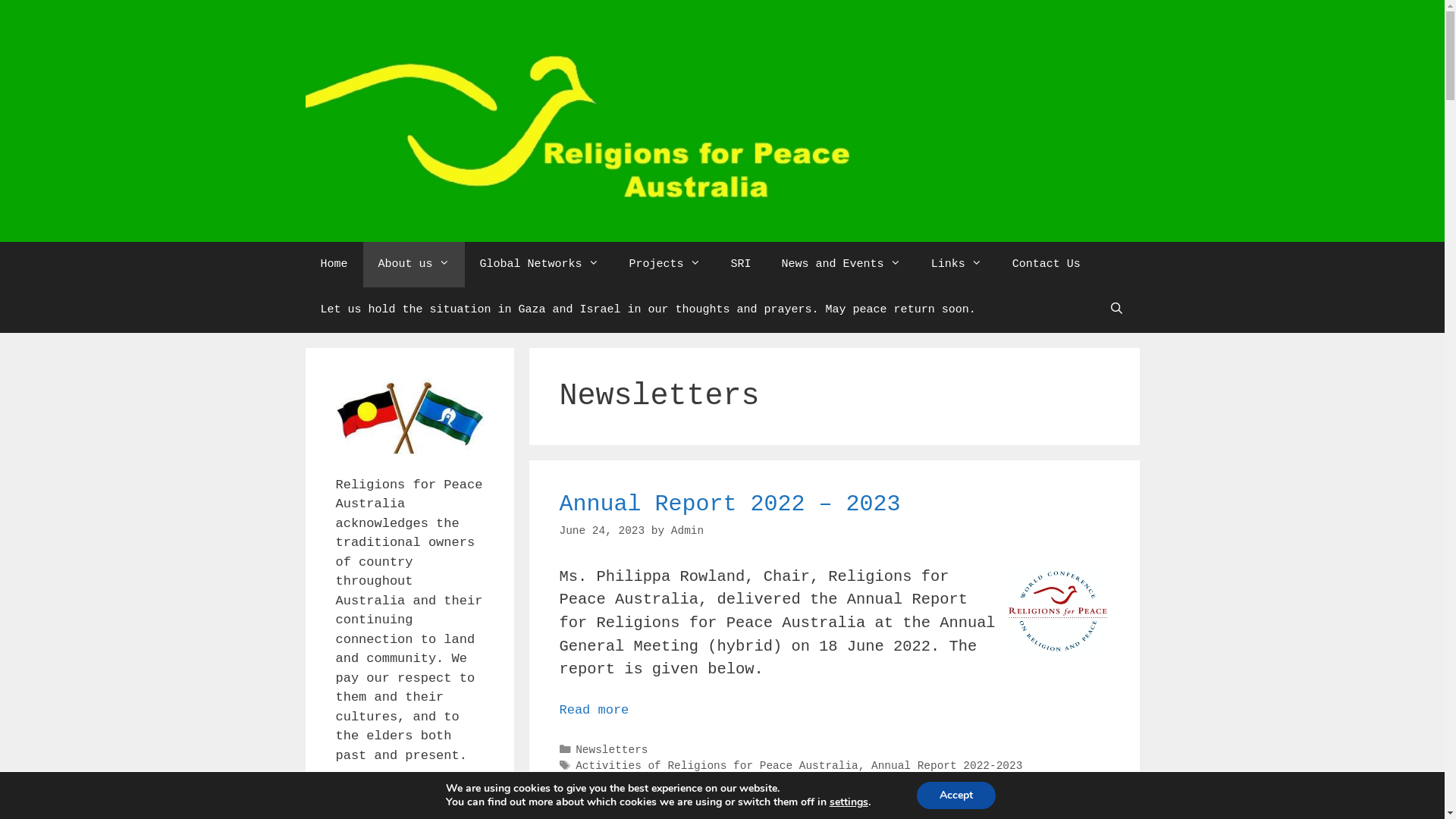  What do you see at coordinates (333, 263) in the screenshot?
I see `'Home'` at bounding box center [333, 263].